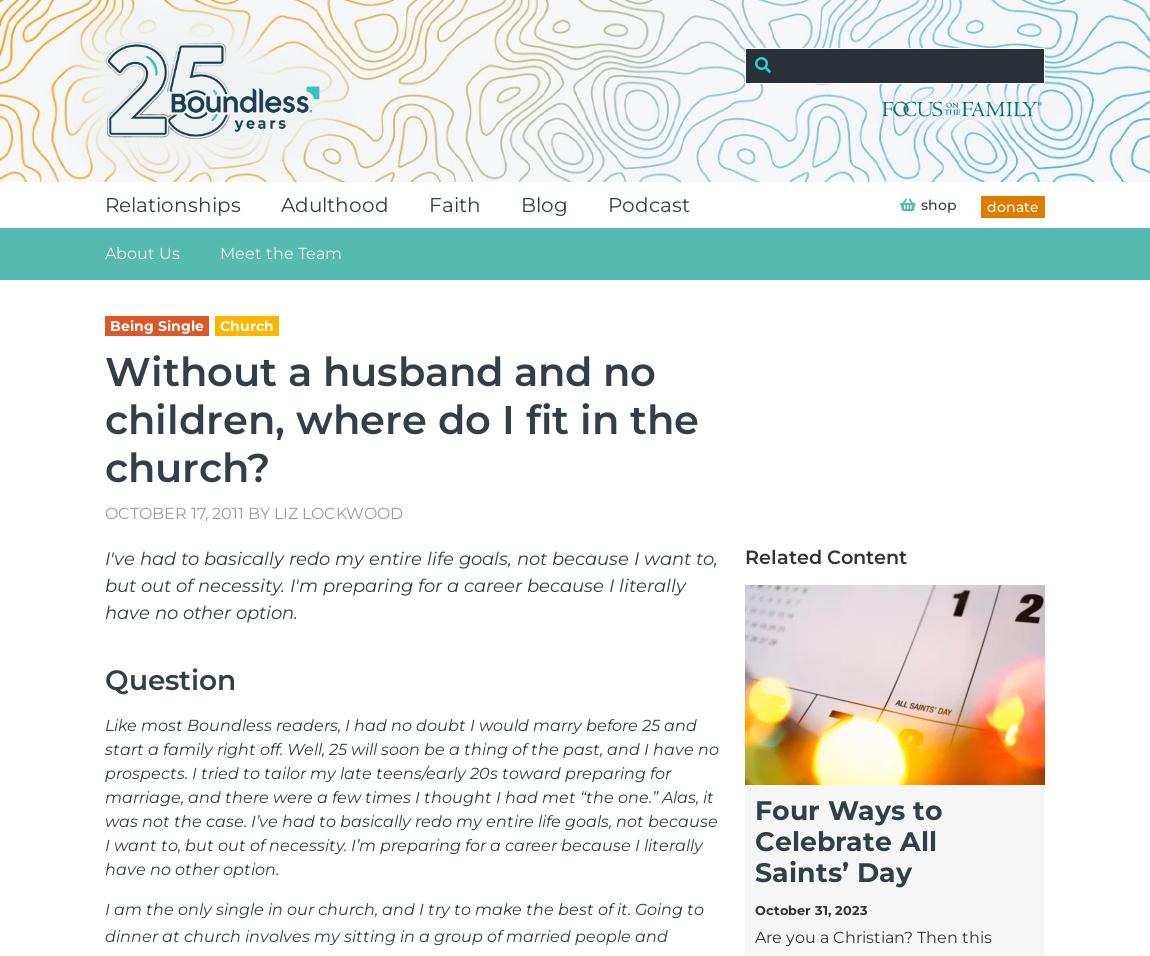  I want to click on 'Like most Boundless readers, I had no doubt I would marry before 25 and start a family right off. Well, 25 will soon be a thing of the past, and I have no prospects. I tried to tailor my late teens/early 20s toward preparing for marriage, and there were a few times I thought I had met “the one.” Alas, it was not the case. I’ve had to basically redo my entire life goals, not because I want to, but out of necessity. I’m preparing for a career because I literally have no other option.', so click(412, 795).